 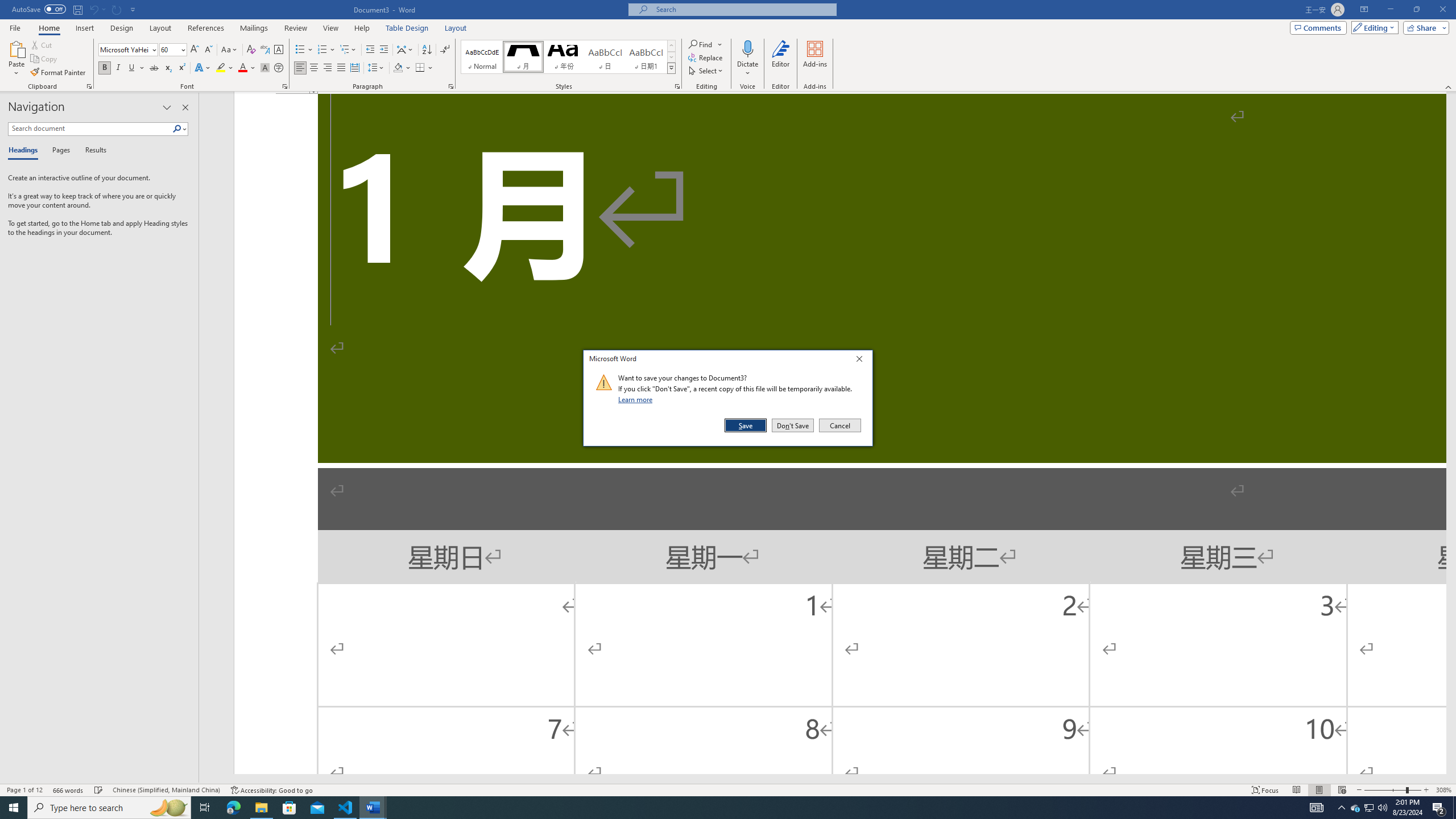 What do you see at coordinates (445, 49) in the screenshot?
I see `'Show/Hide Editing Marks'` at bounding box center [445, 49].